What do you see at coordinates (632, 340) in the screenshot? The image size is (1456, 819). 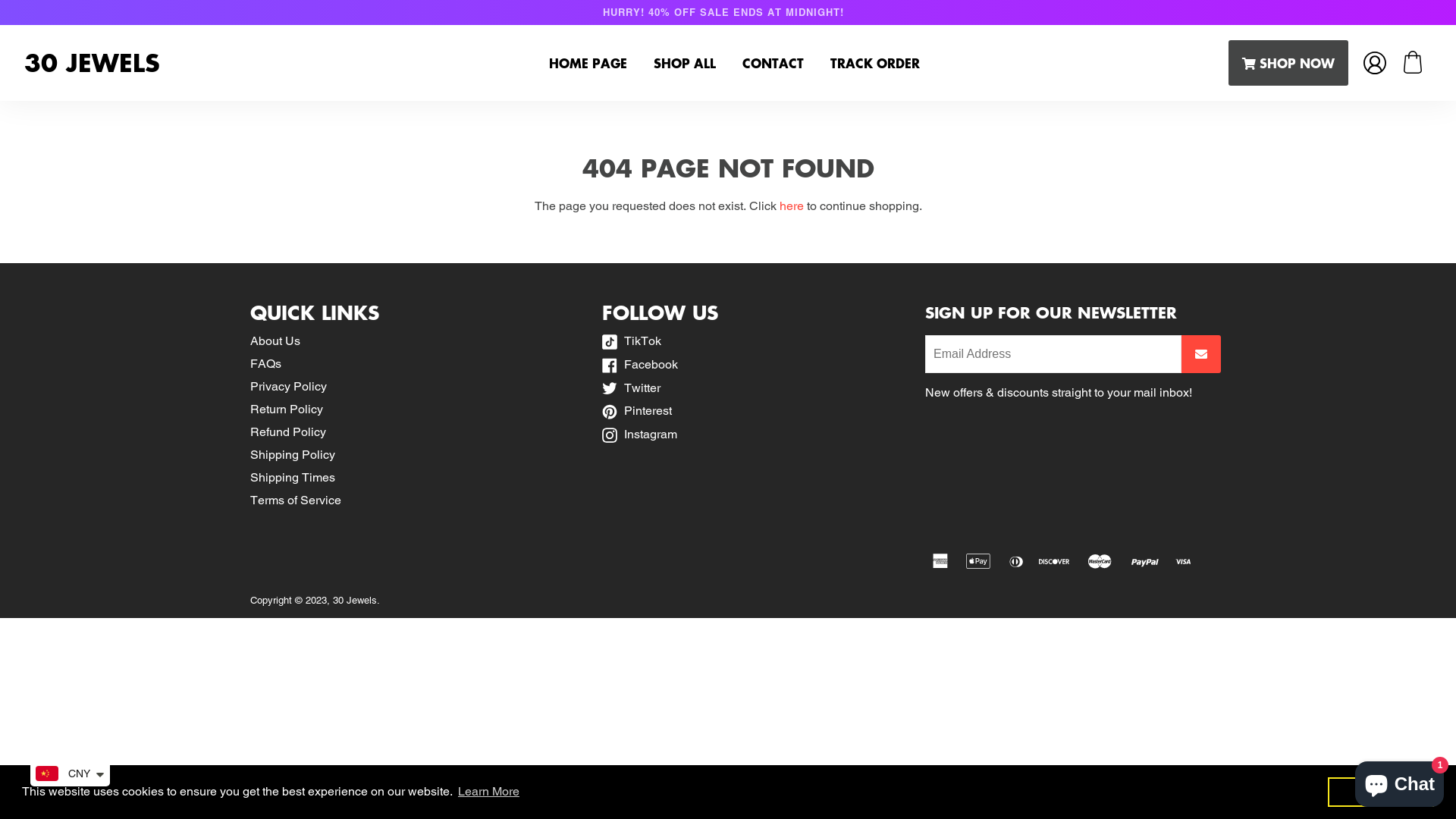 I see `'TikTok'` at bounding box center [632, 340].